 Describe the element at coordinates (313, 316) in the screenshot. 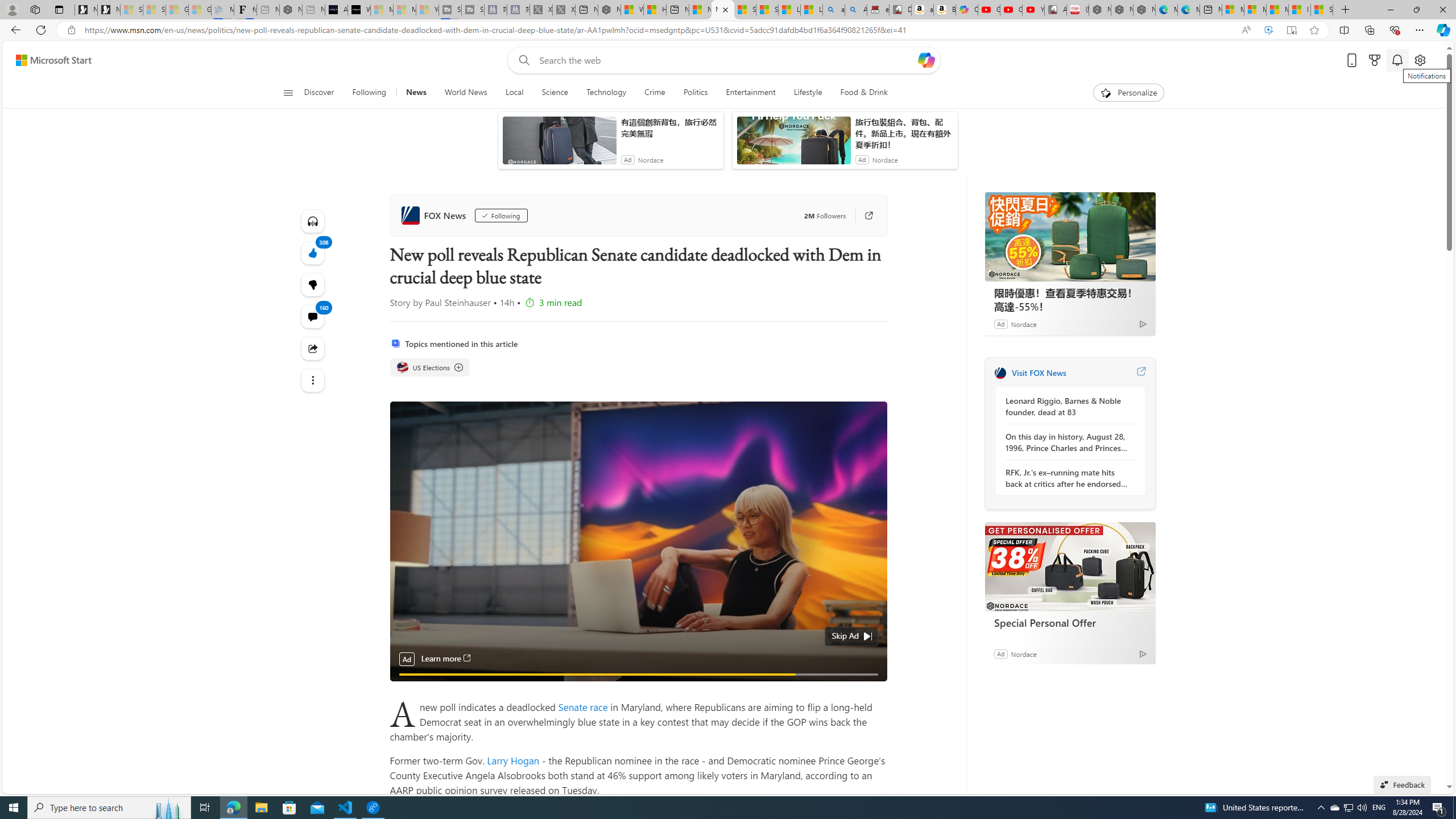

I see `'View comments 160 Comment'` at that location.